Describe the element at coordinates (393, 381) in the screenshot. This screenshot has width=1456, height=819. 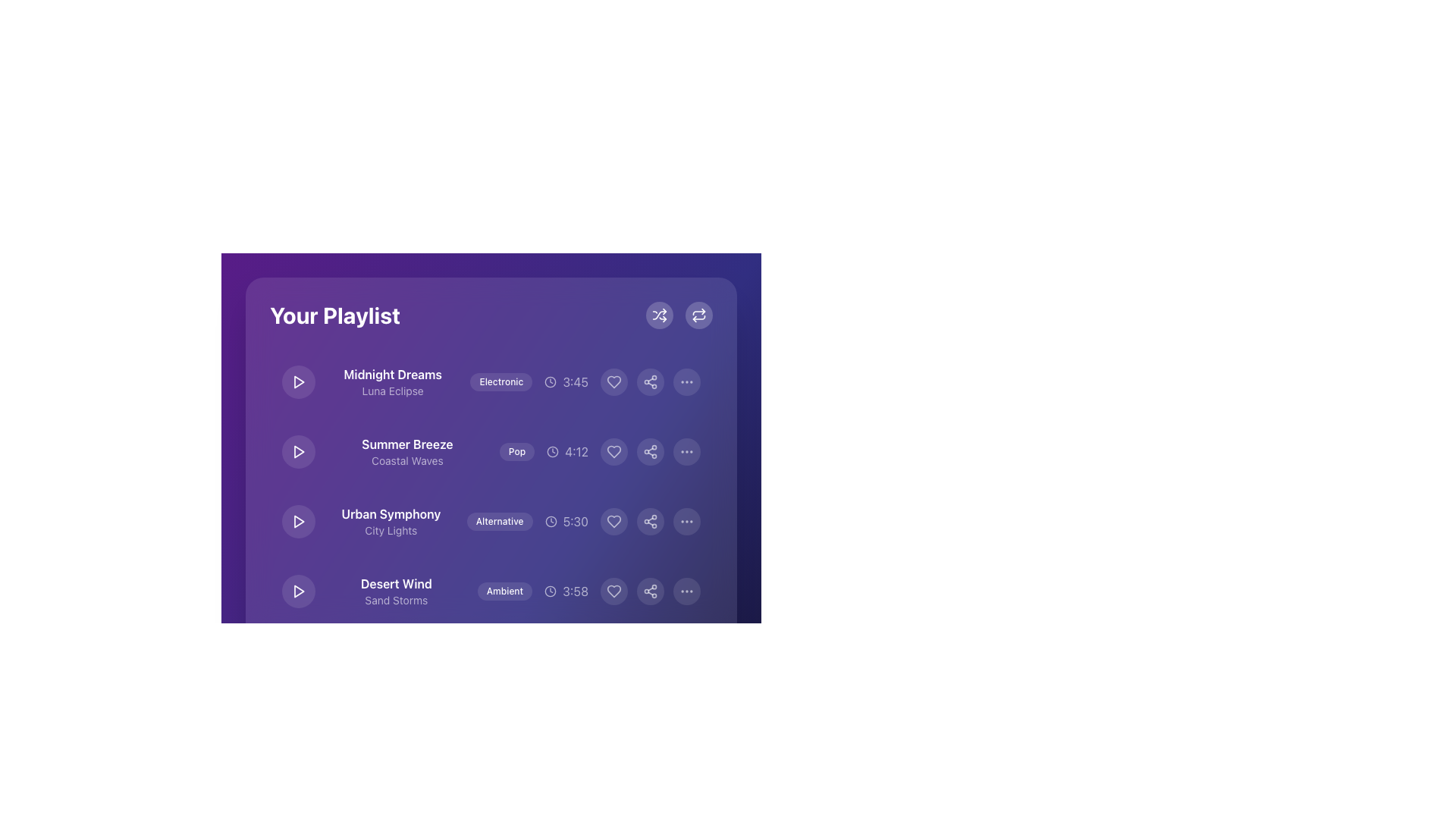
I see `the text display showing 'Midnight Dreams' to see its properties` at that location.